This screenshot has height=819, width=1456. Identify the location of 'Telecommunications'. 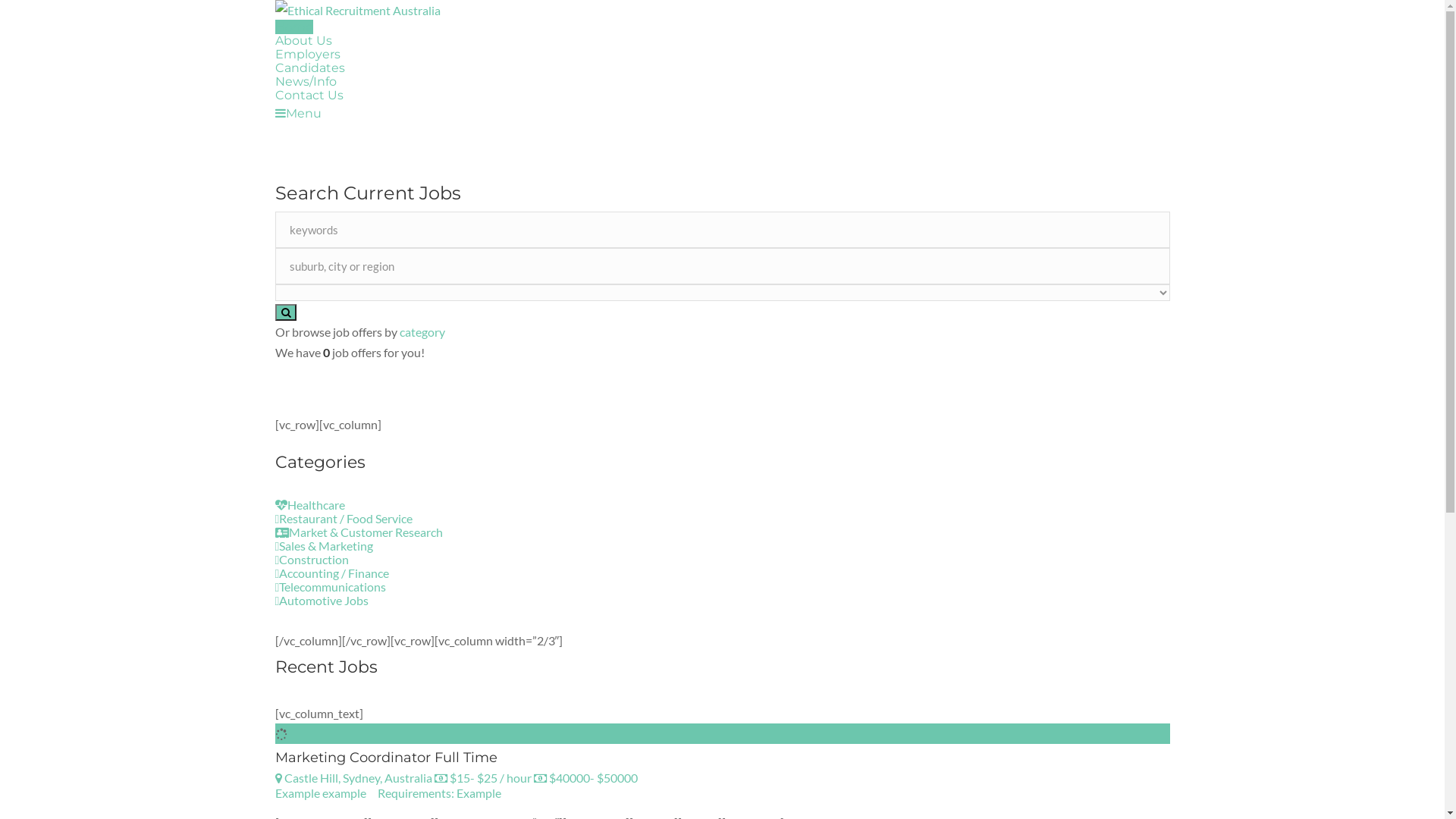
(329, 585).